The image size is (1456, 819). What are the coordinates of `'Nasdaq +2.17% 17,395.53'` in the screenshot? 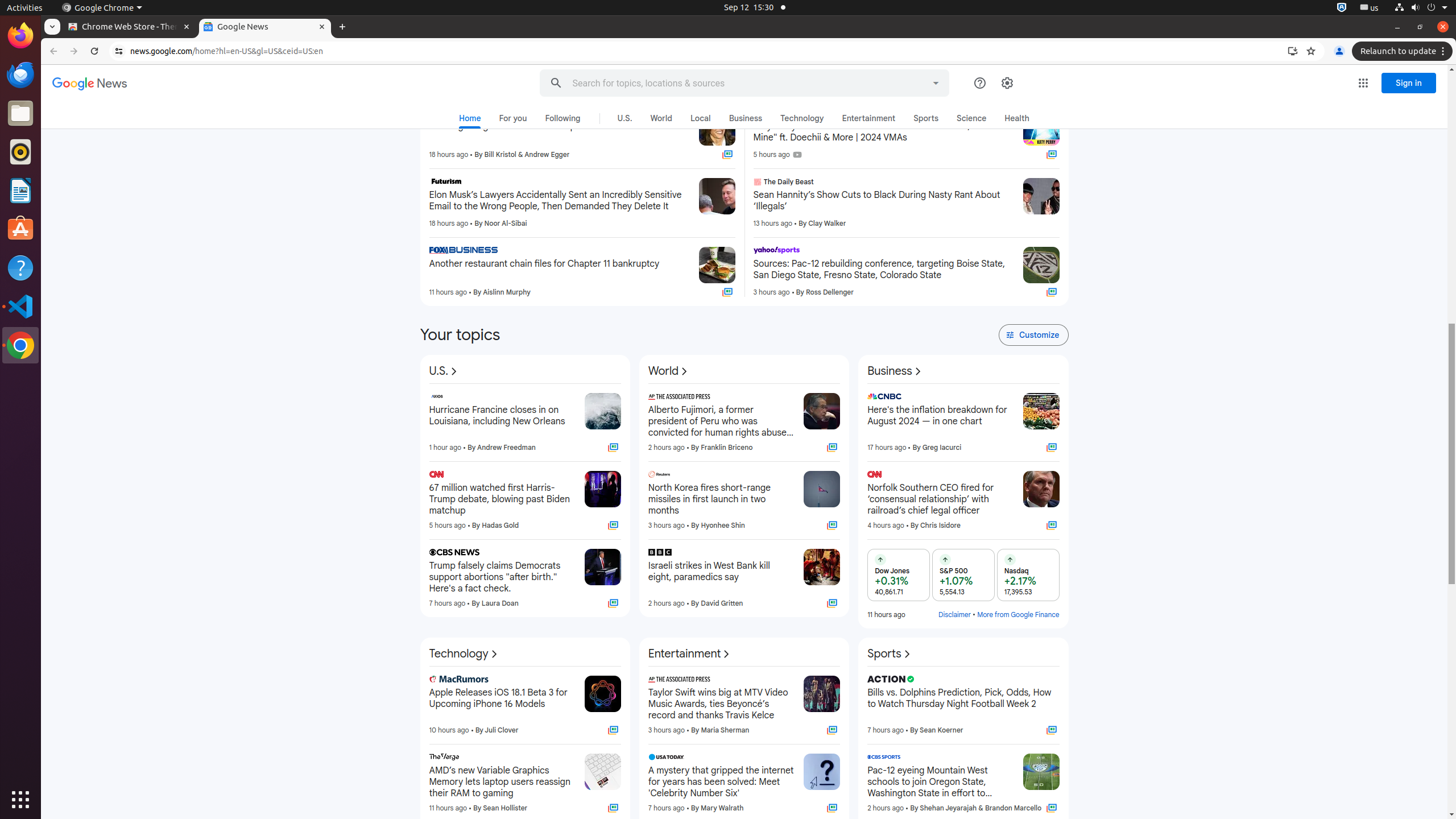 It's located at (1027, 575).